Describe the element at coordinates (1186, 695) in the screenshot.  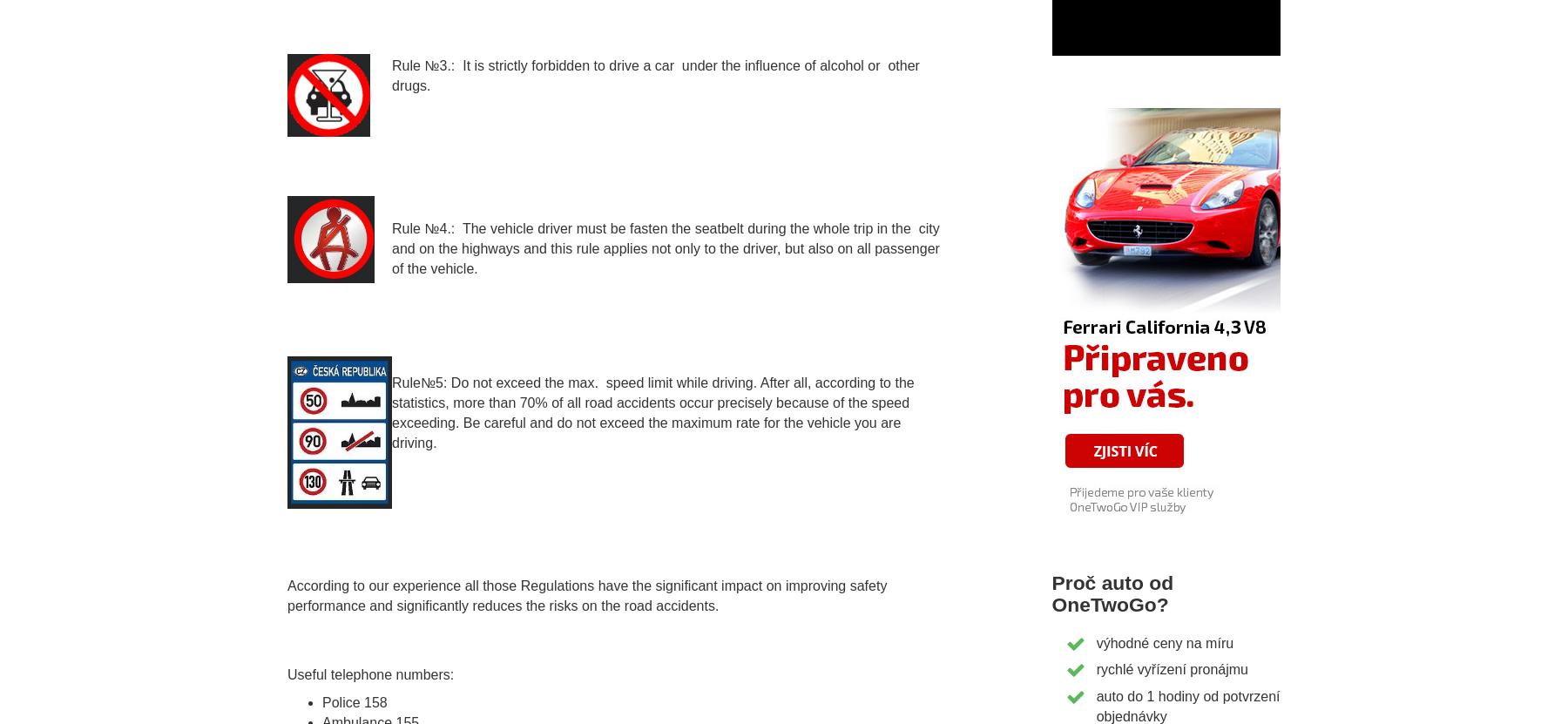
I see `'auto do 1 hodiny od potvrzení'` at that location.